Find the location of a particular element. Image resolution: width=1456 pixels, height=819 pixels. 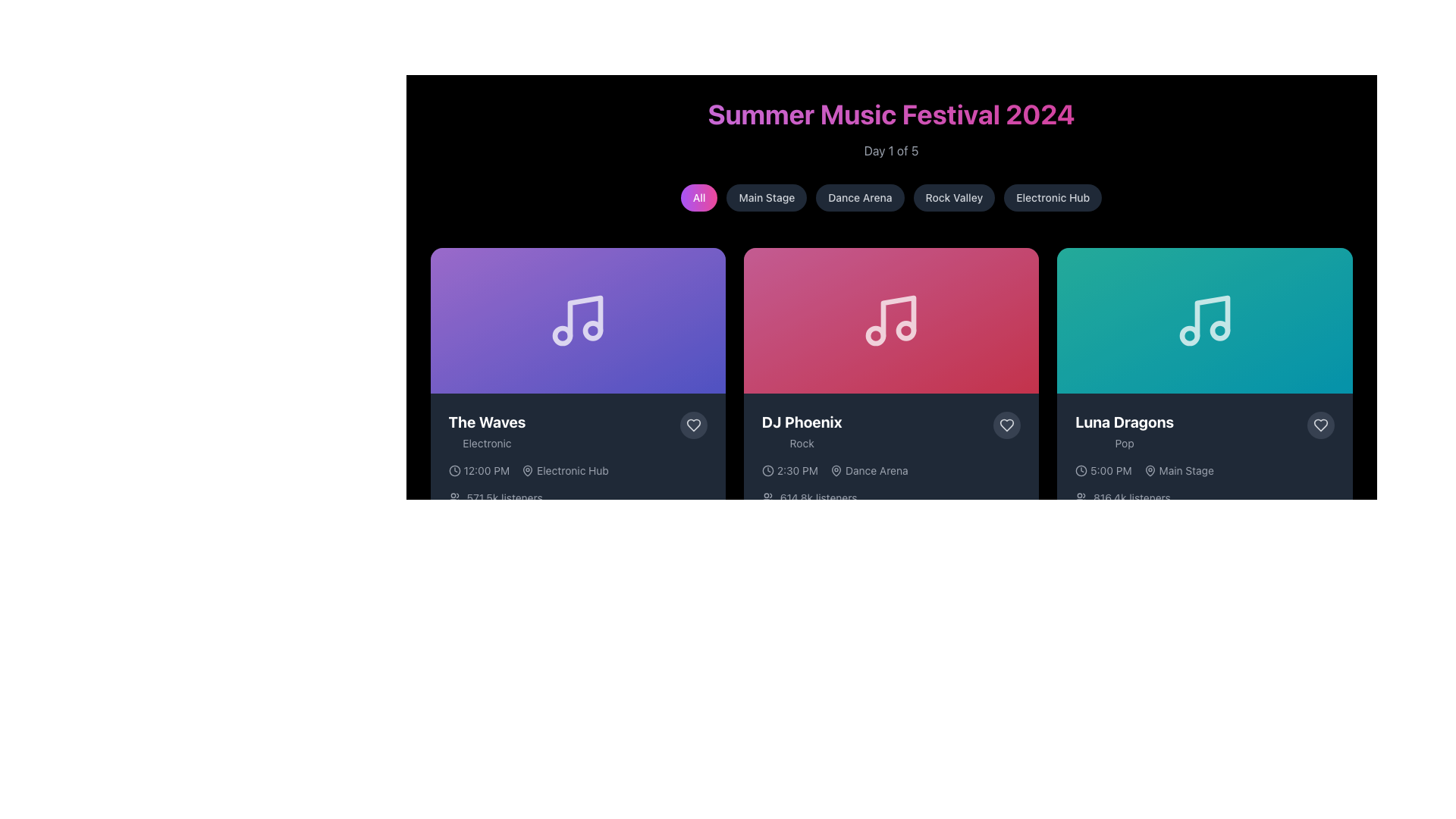

the visual representation of the location marker icon next to the text 'Main Stage' for the 'Luna Dragons' event is located at coordinates (1150, 470).